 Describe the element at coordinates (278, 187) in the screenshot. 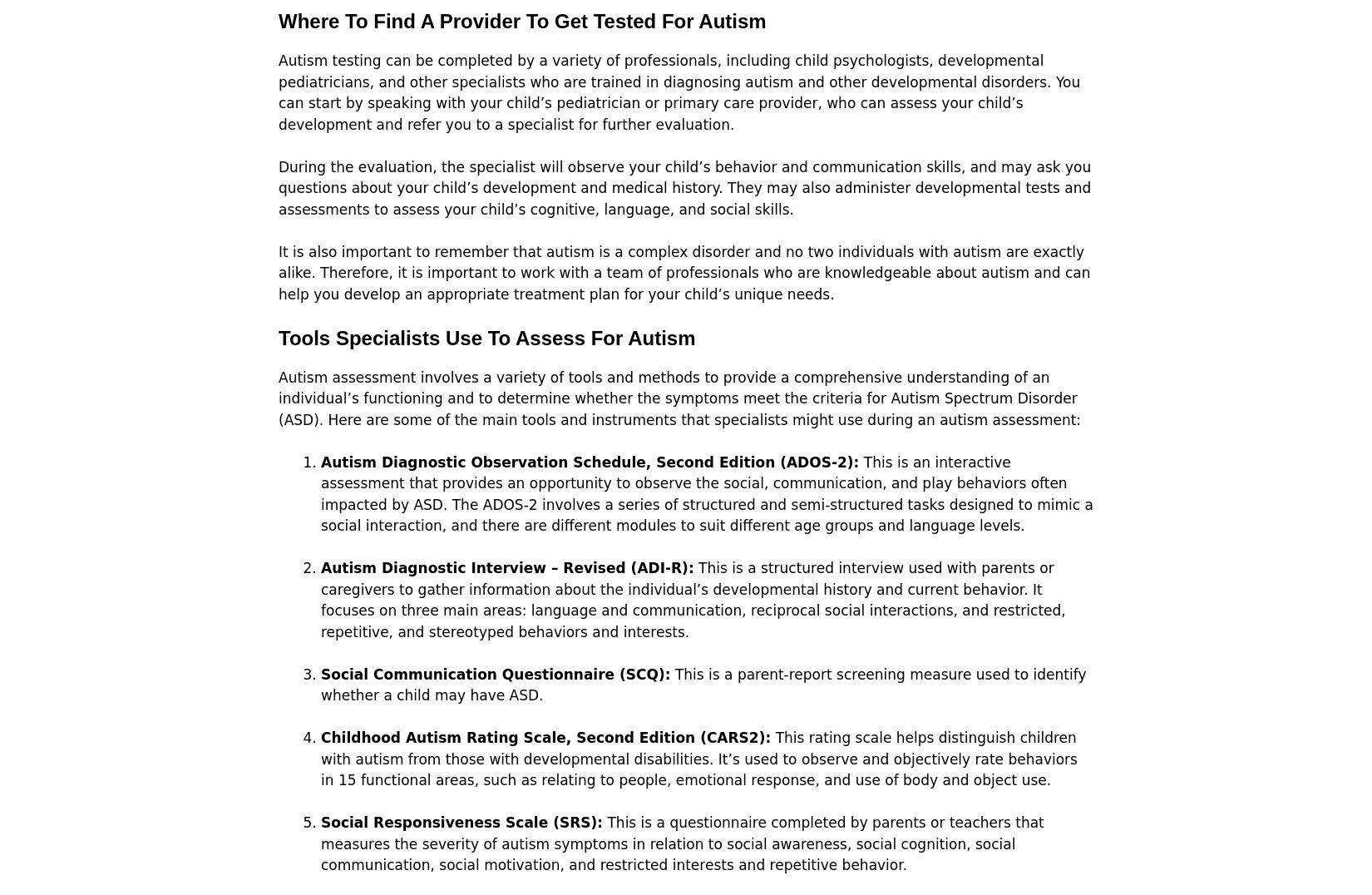

I see `'During the evaluation, the specialist will observe your child’s behavior and communication skills, and may ask you questions about your child’s development and medical history. They may also administer developmental tests and assessments to assess your child’s cognitive, language, and social skills.'` at that location.